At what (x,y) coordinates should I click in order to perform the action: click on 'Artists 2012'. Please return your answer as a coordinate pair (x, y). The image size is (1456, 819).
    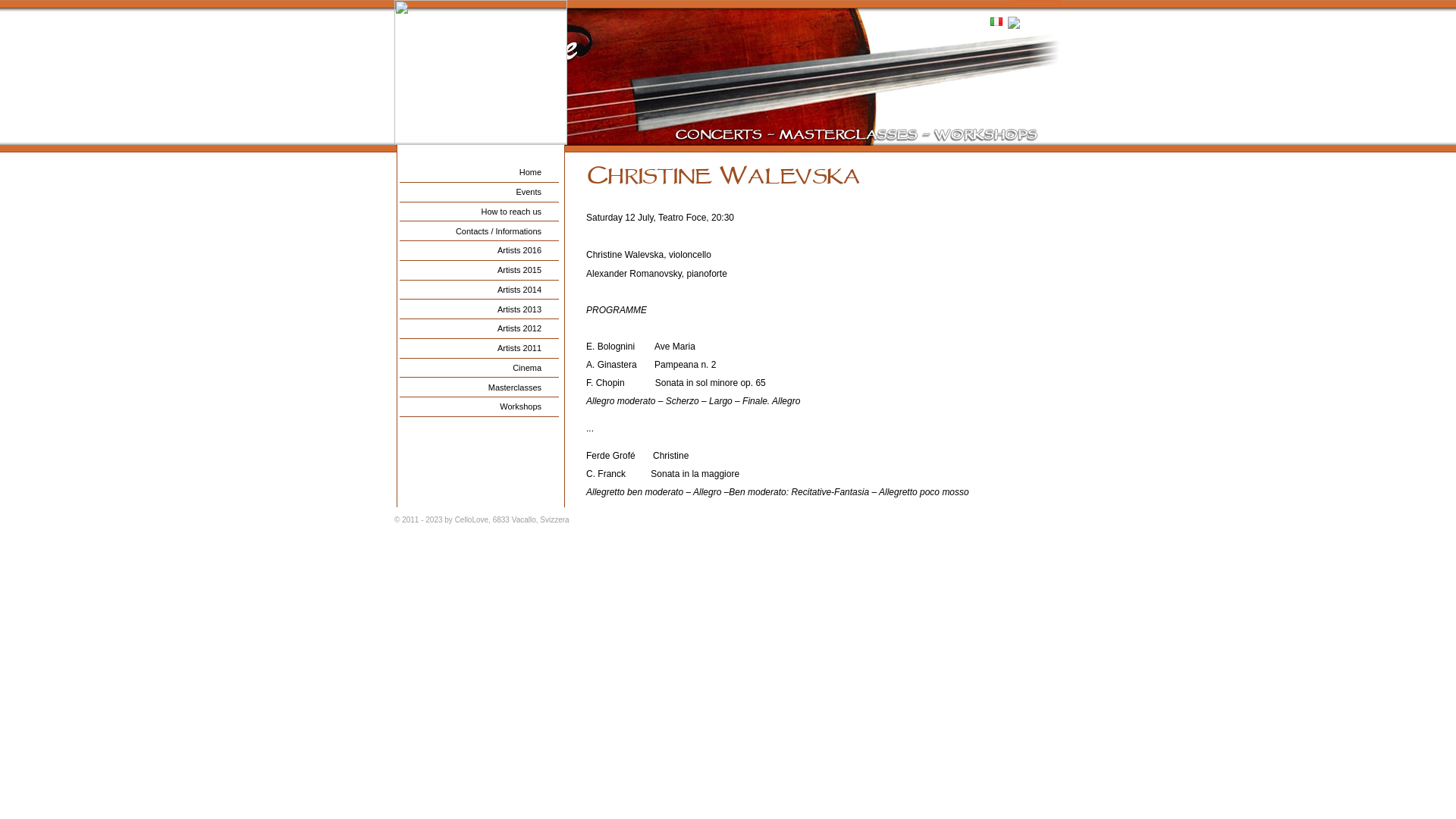
    Looking at the image, I should click on (479, 328).